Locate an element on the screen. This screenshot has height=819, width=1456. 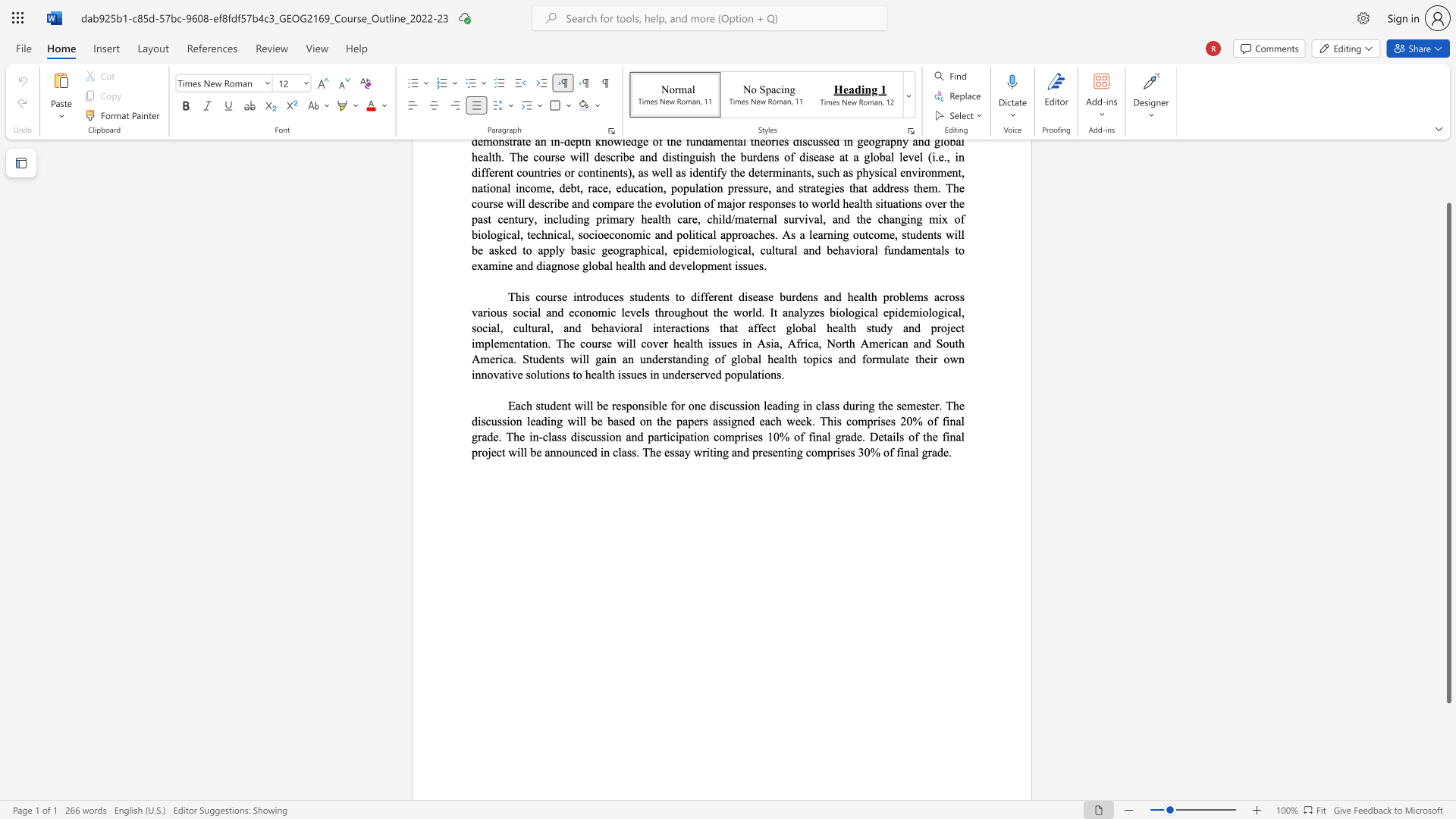
the scrollbar to scroll the page up is located at coordinates (1448, 180).